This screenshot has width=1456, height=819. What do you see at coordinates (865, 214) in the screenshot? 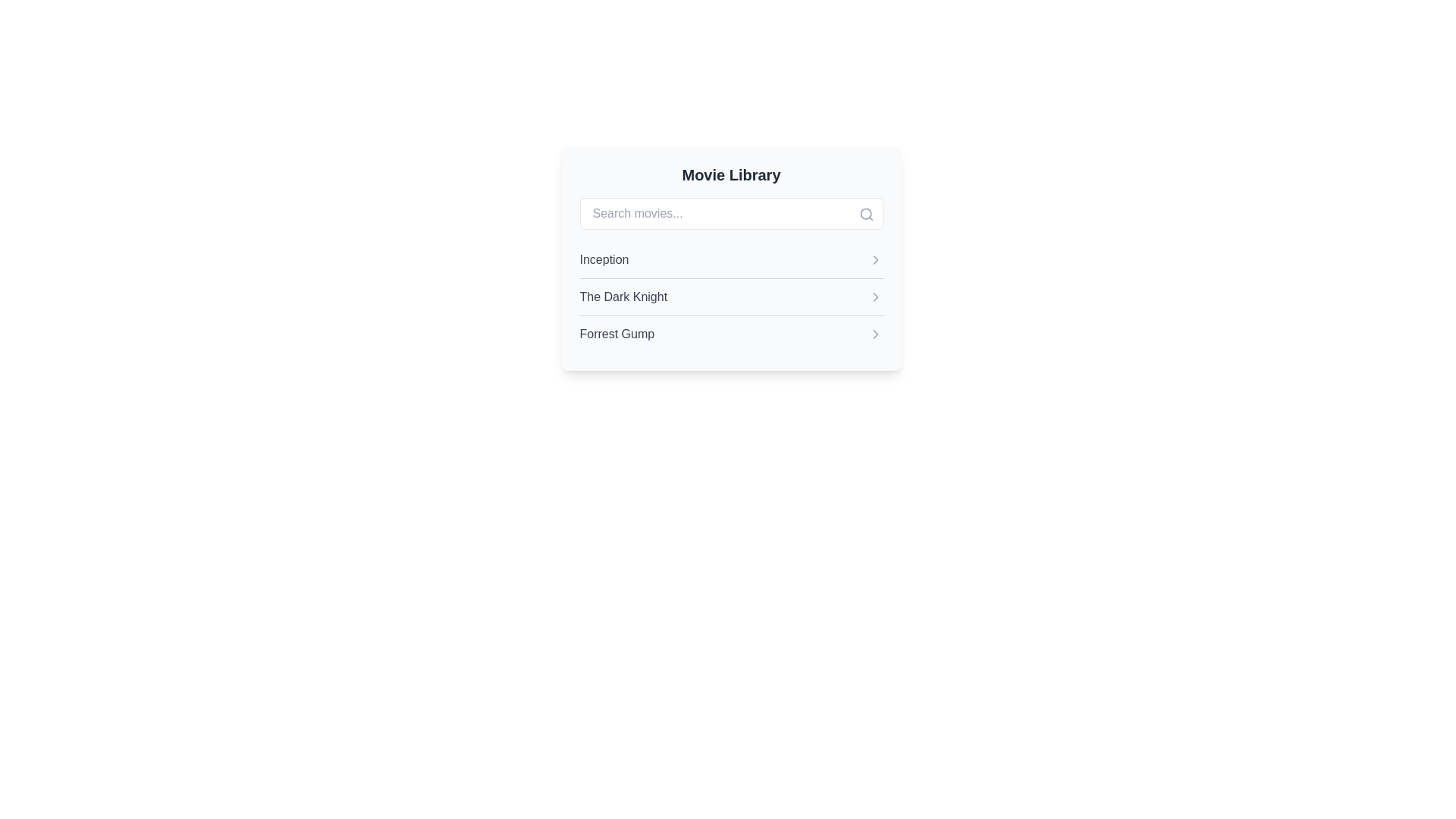
I see `the circular part of the magnifying glass icon indicating the search functionality within the 'Movie Library' UI module` at bounding box center [865, 214].